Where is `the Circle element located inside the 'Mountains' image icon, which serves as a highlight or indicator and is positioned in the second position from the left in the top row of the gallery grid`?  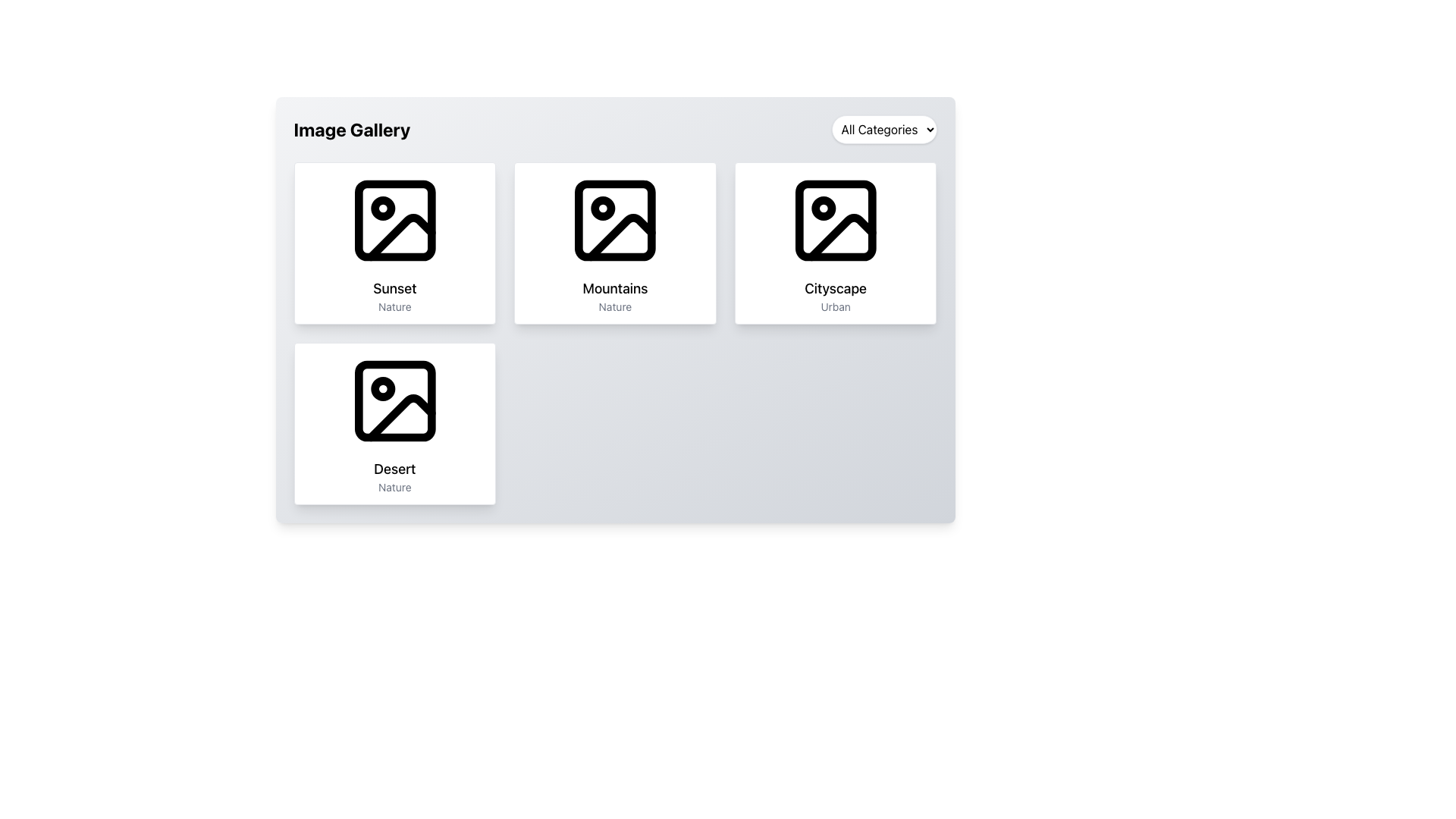
the Circle element located inside the 'Mountains' image icon, which serves as a highlight or indicator and is positioned in the second position from the left in the top row of the gallery grid is located at coordinates (602, 208).